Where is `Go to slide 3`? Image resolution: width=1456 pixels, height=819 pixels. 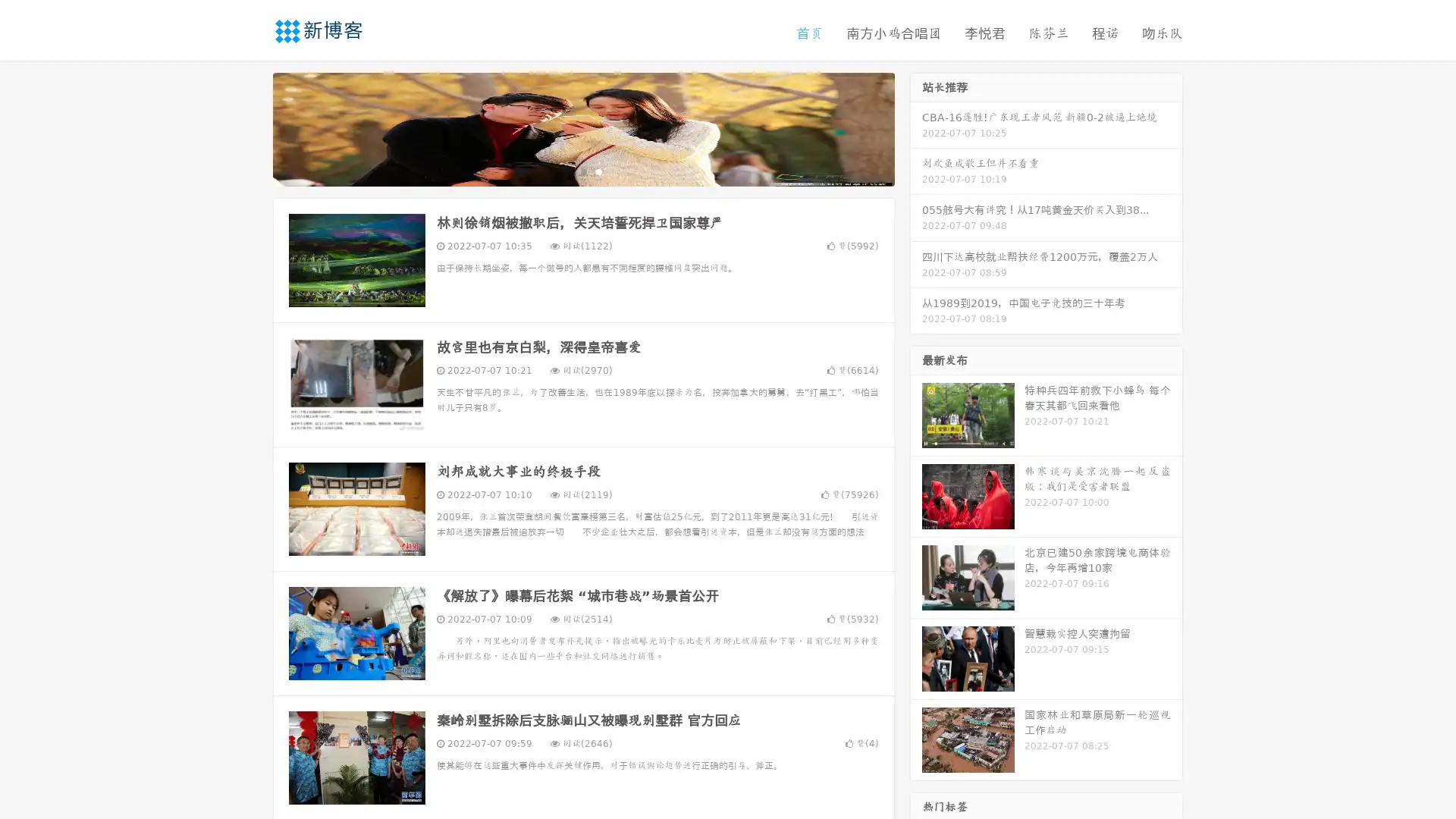
Go to slide 3 is located at coordinates (598, 171).